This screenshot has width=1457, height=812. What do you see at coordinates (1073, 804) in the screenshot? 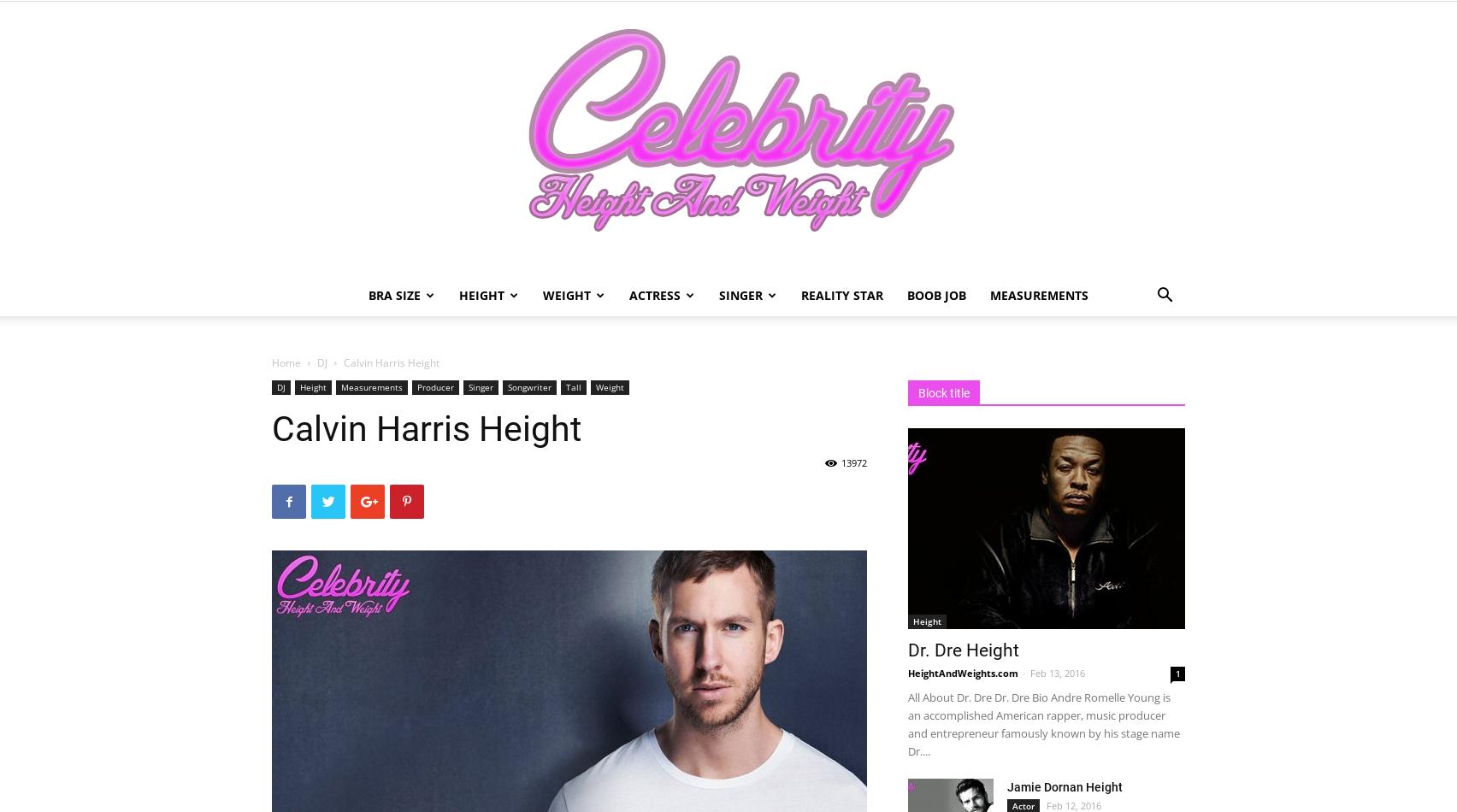
I see `'Feb 12, 2016'` at bounding box center [1073, 804].